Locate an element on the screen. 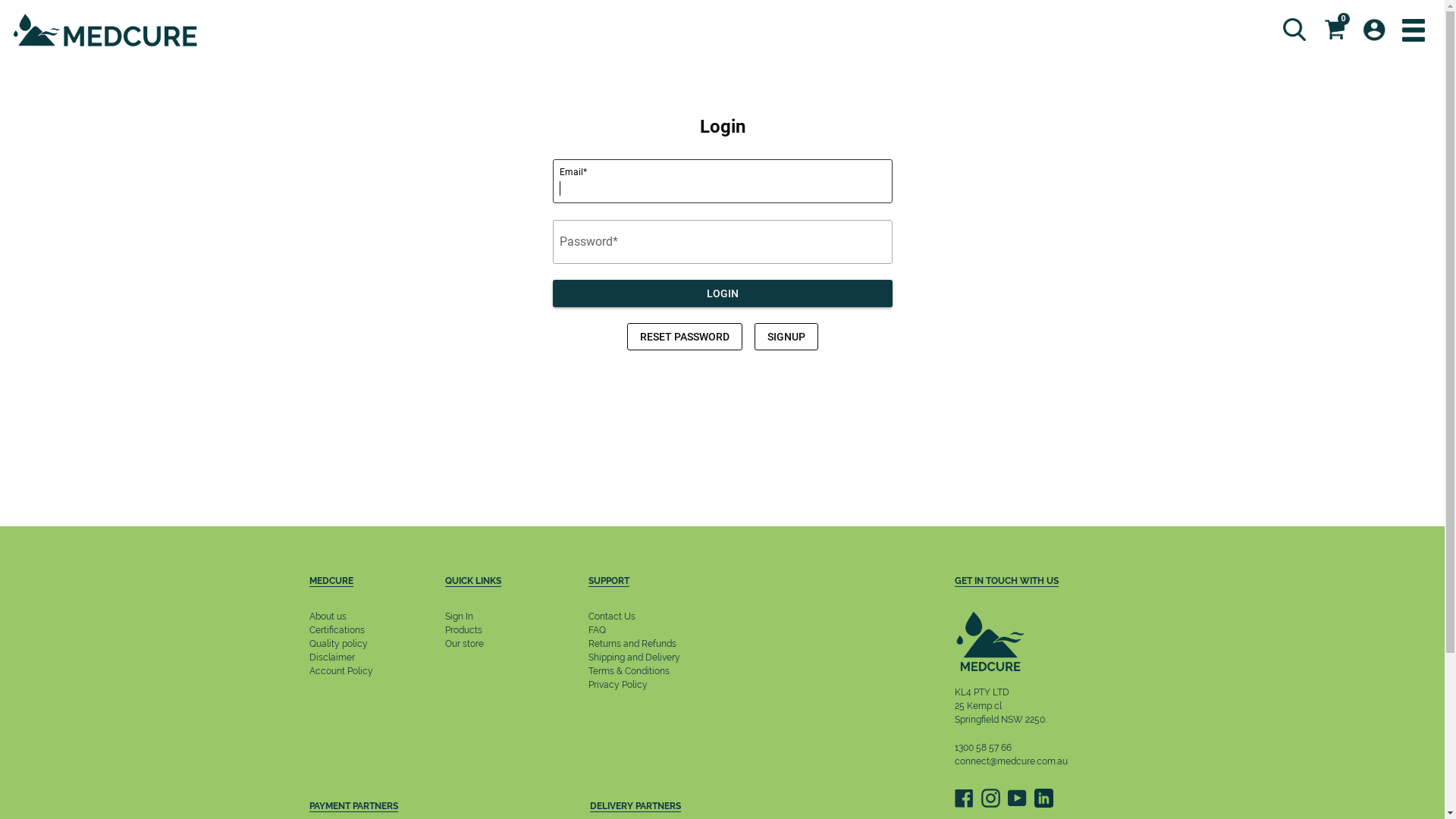  'Log in' is located at coordinates (1354, 29).